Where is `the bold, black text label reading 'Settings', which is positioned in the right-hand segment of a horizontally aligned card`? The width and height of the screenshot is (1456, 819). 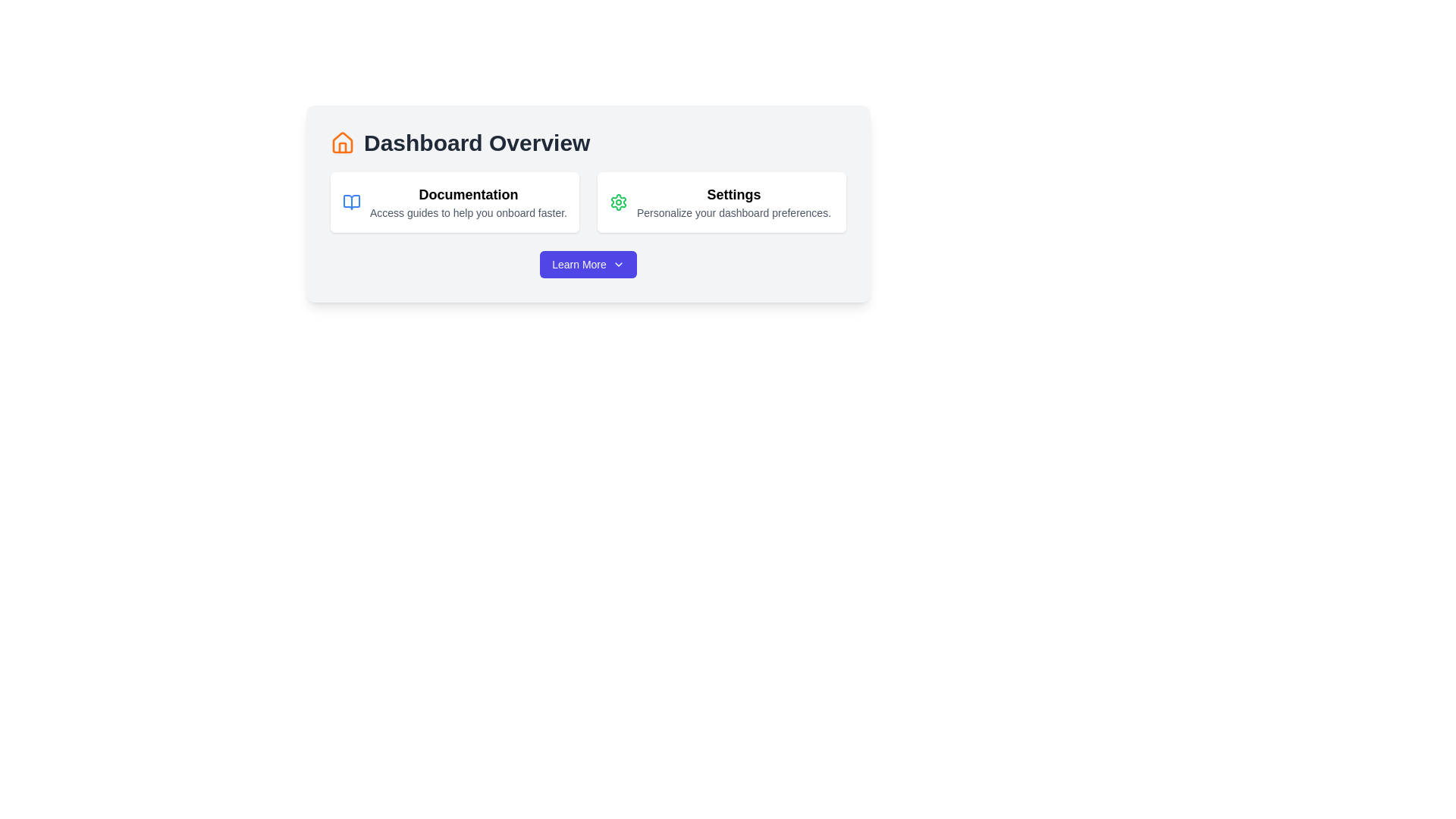 the bold, black text label reading 'Settings', which is positioned in the right-hand segment of a horizontally aligned card is located at coordinates (734, 194).